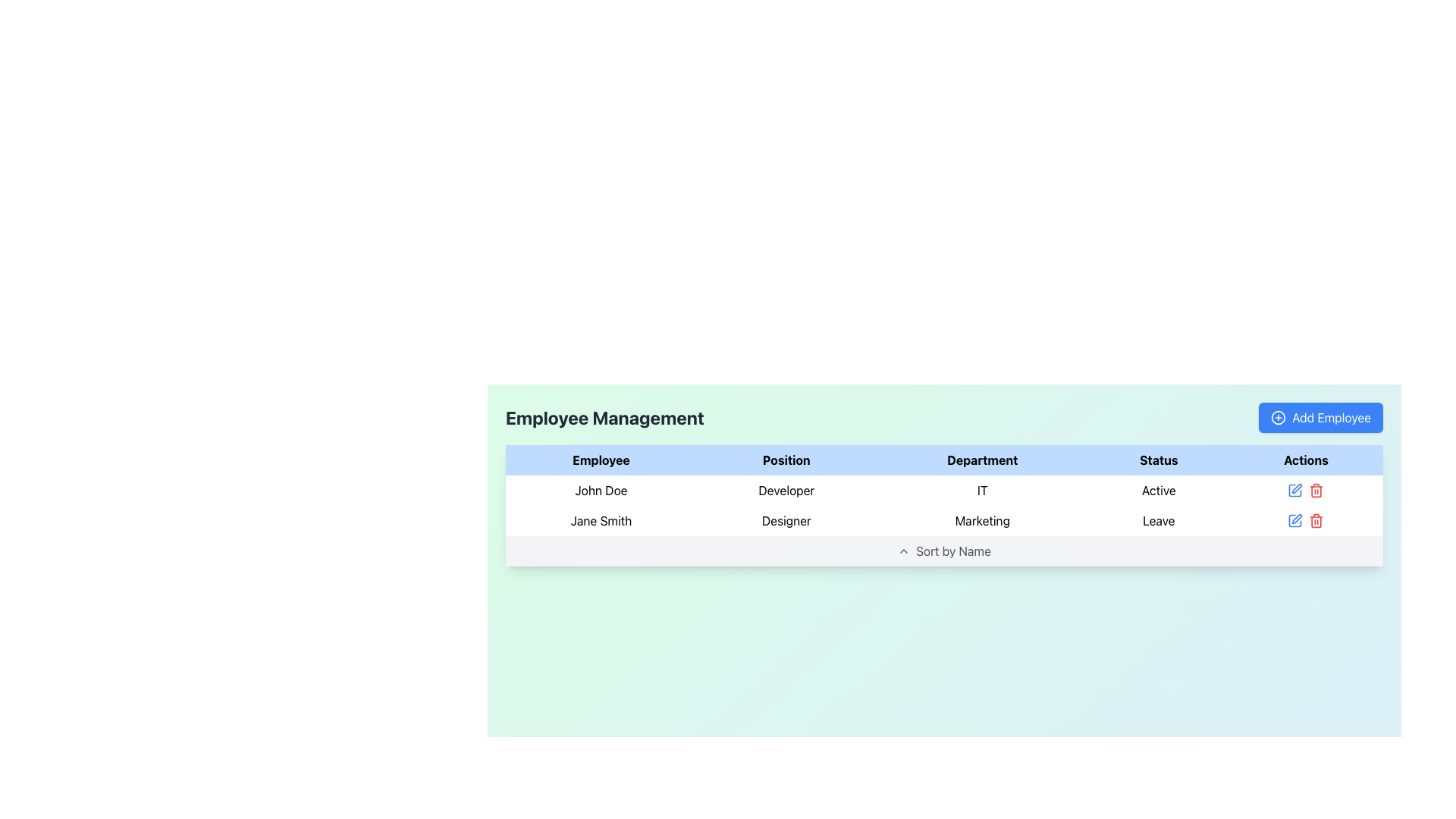 Image resolution: width=1456 pixels, height=819 pixels. I want to click on the 'Add Employee' button located at the top-right corner of the 'Employee Management' section, so click(1320, 418).